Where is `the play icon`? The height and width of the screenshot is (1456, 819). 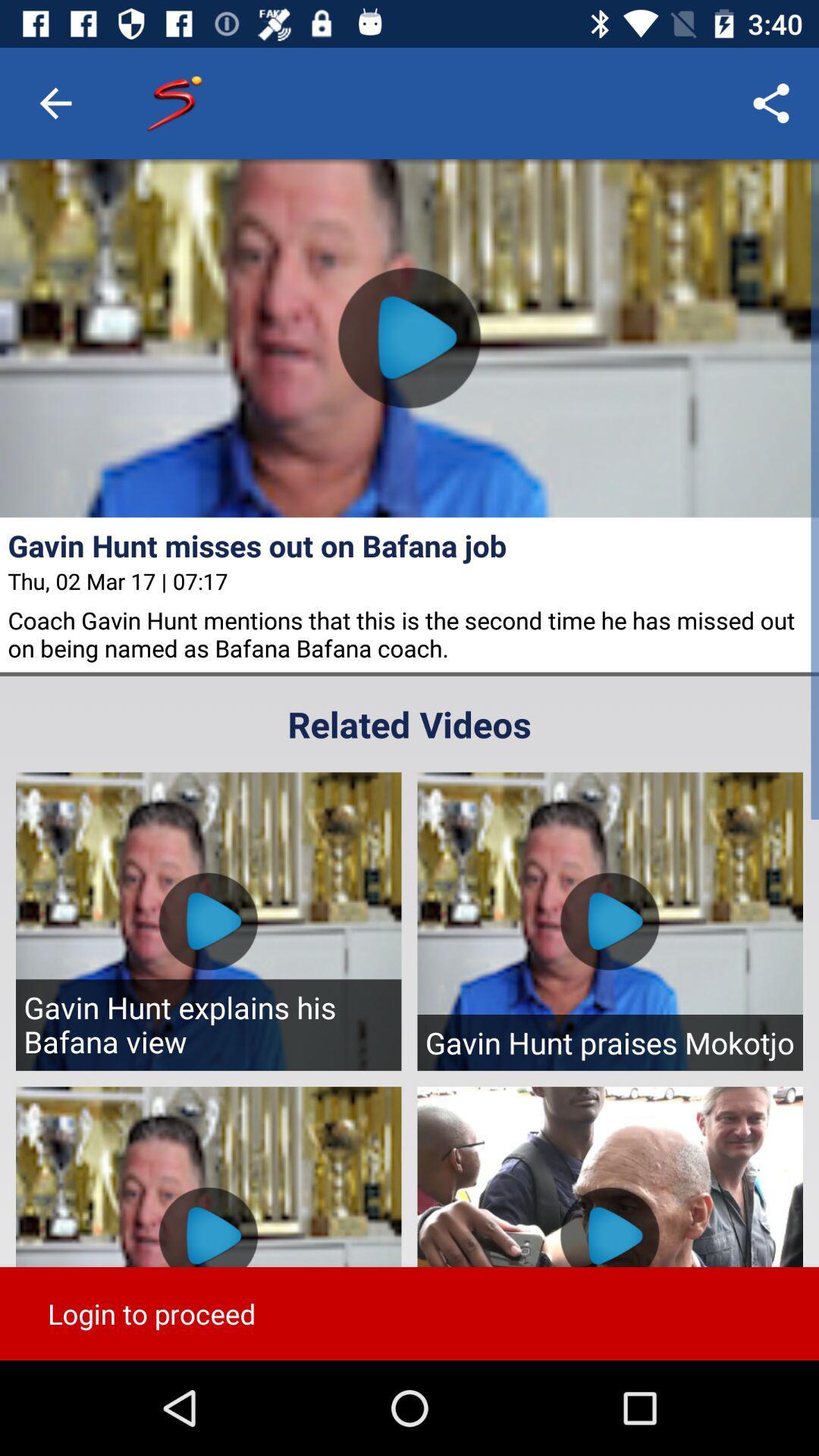
the play icon is located at coordinates (409, 337).